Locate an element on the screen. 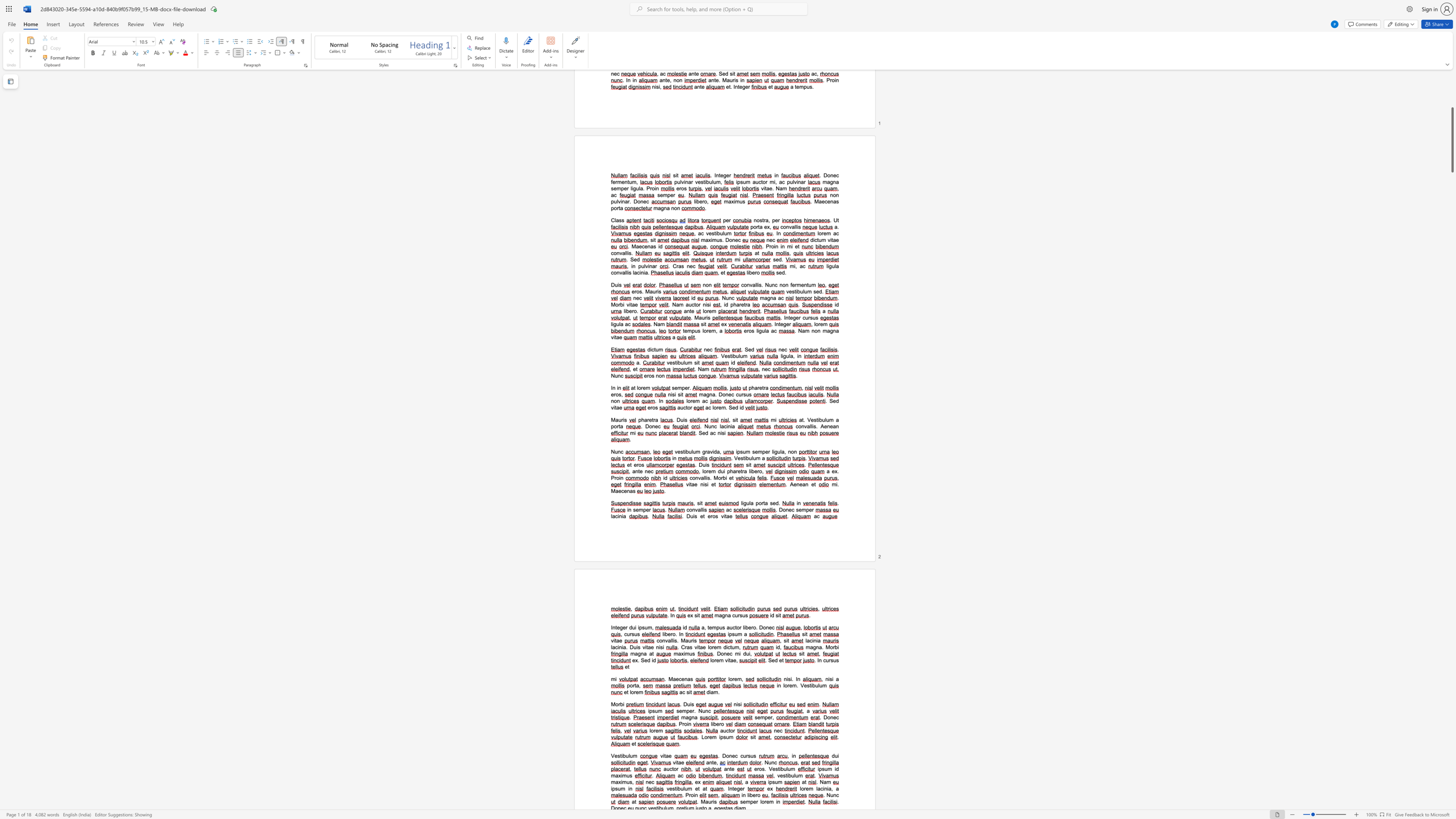 Image resolution: width=1456 pixels, height=819 pixels. the space between the continuous character "n" and "e" in the text is located at coordinates (726, 654).